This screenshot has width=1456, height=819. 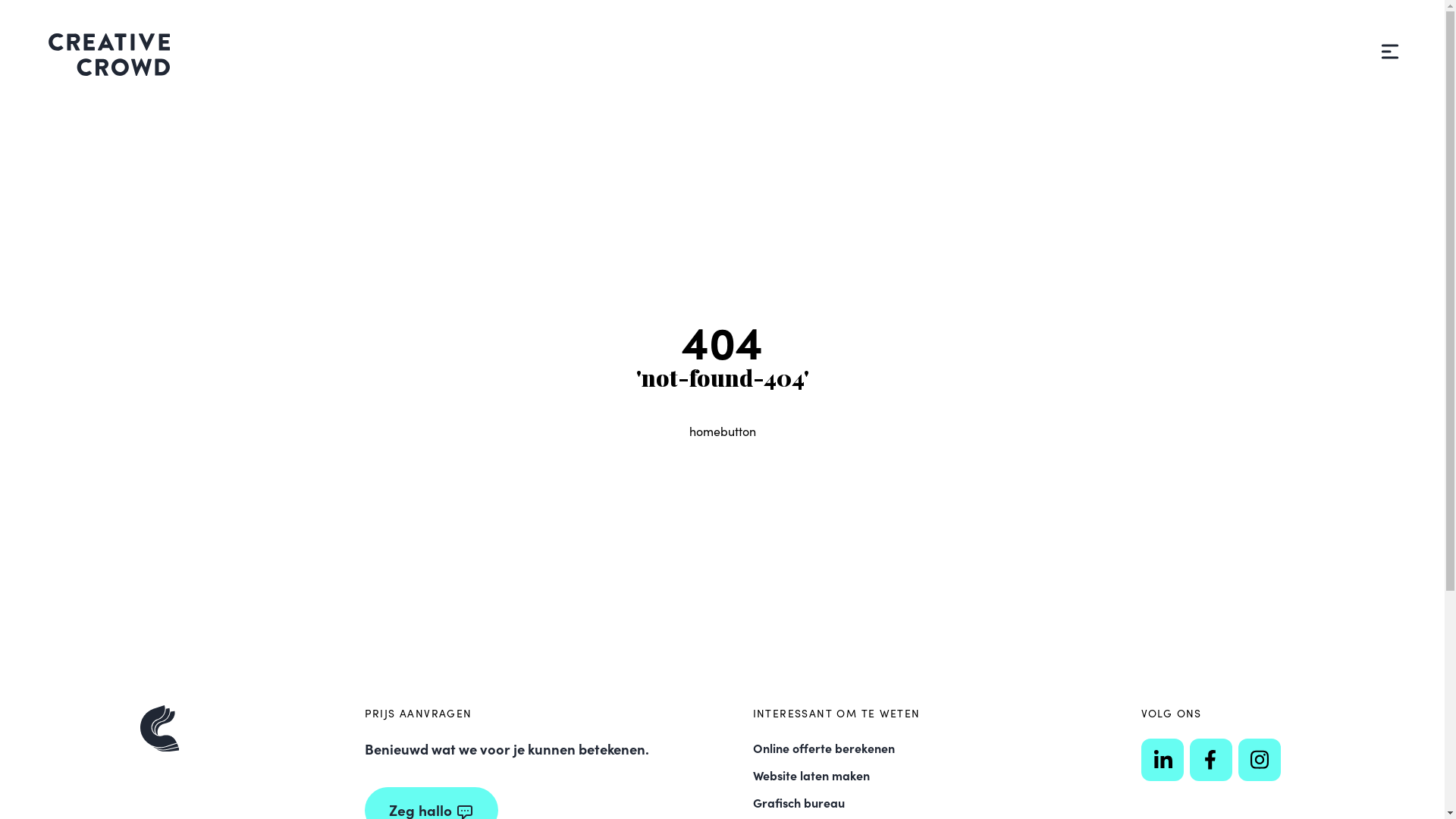 I want to click on 'Website laten maken', so click(x=810, y=775).